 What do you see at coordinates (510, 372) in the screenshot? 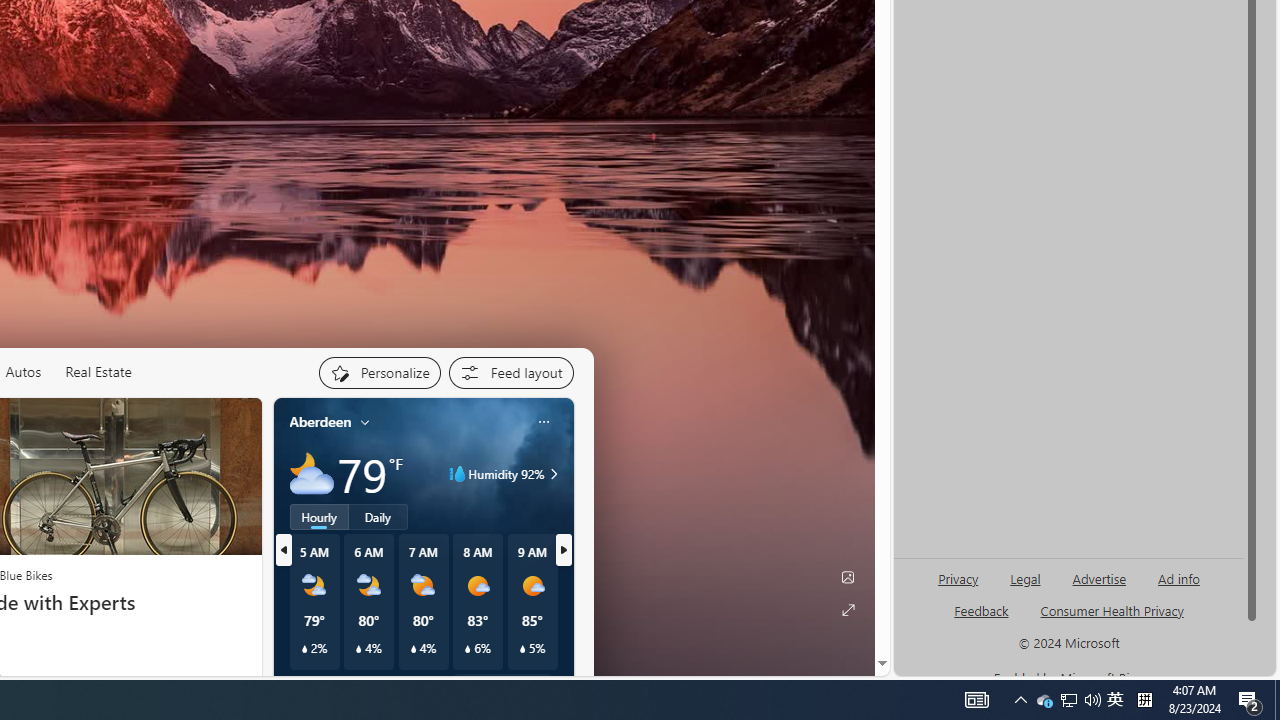
I see `'Feed settings'` at bounding box center [510, 372].